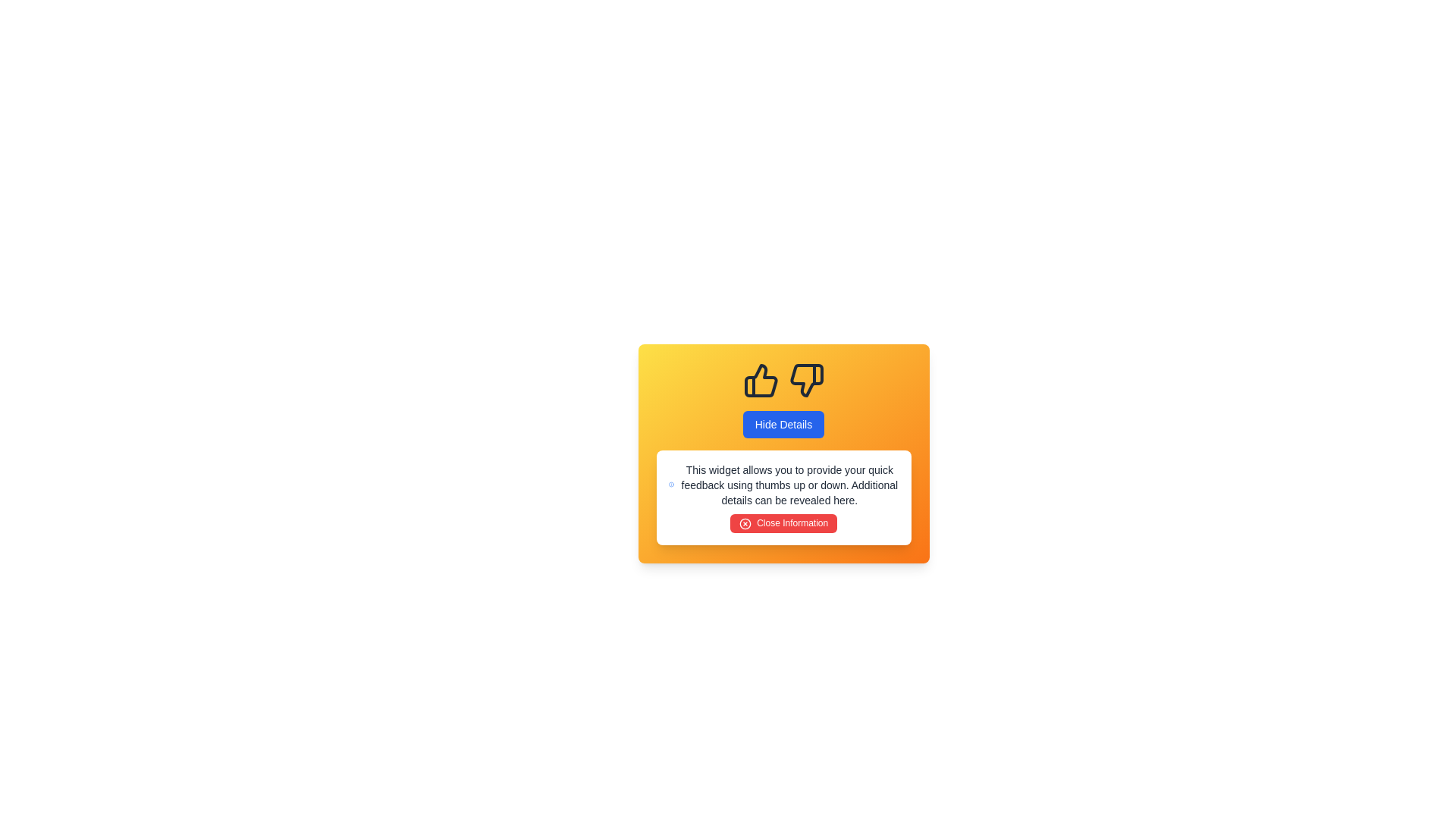 The image size is (1456, 819). What do you see at coordinates (761, 379) in the screenshot?
I see `the thumbs-up icon button with a black outline and neutral background` at bounding box center [761, 379].